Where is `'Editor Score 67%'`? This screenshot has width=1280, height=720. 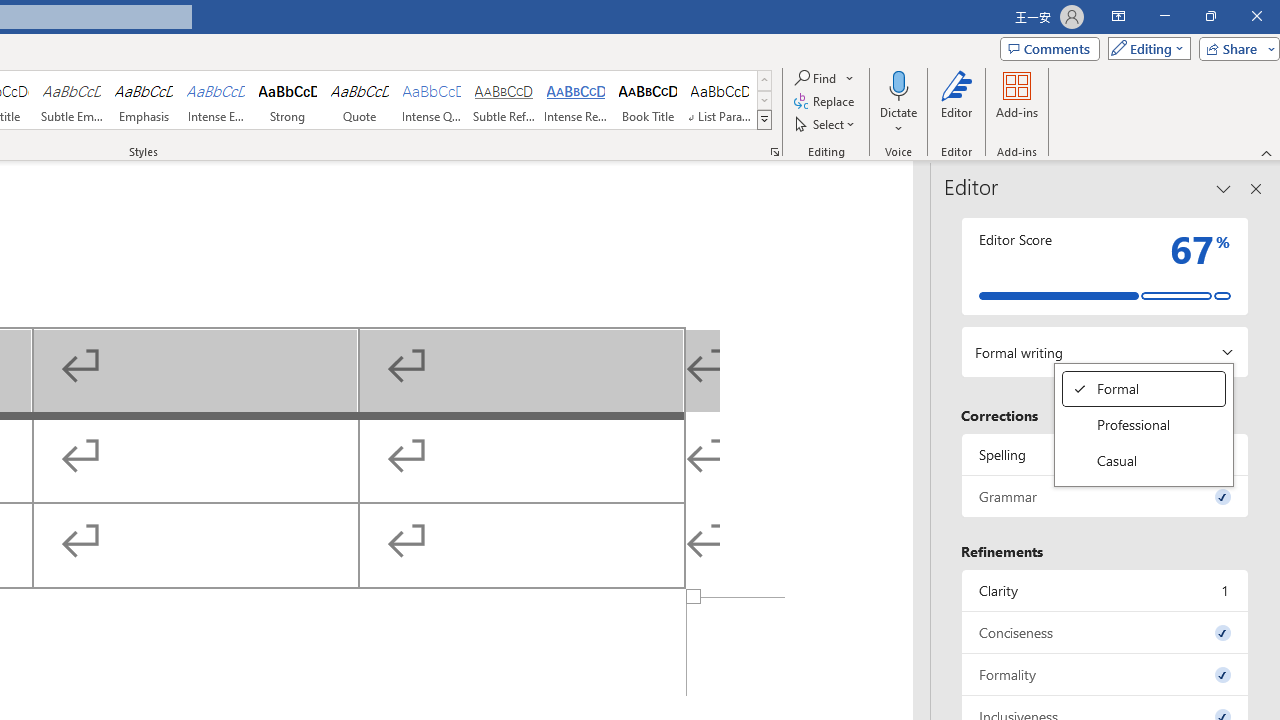 'Editor Score 67%' is located at coordinates (1104, 265).